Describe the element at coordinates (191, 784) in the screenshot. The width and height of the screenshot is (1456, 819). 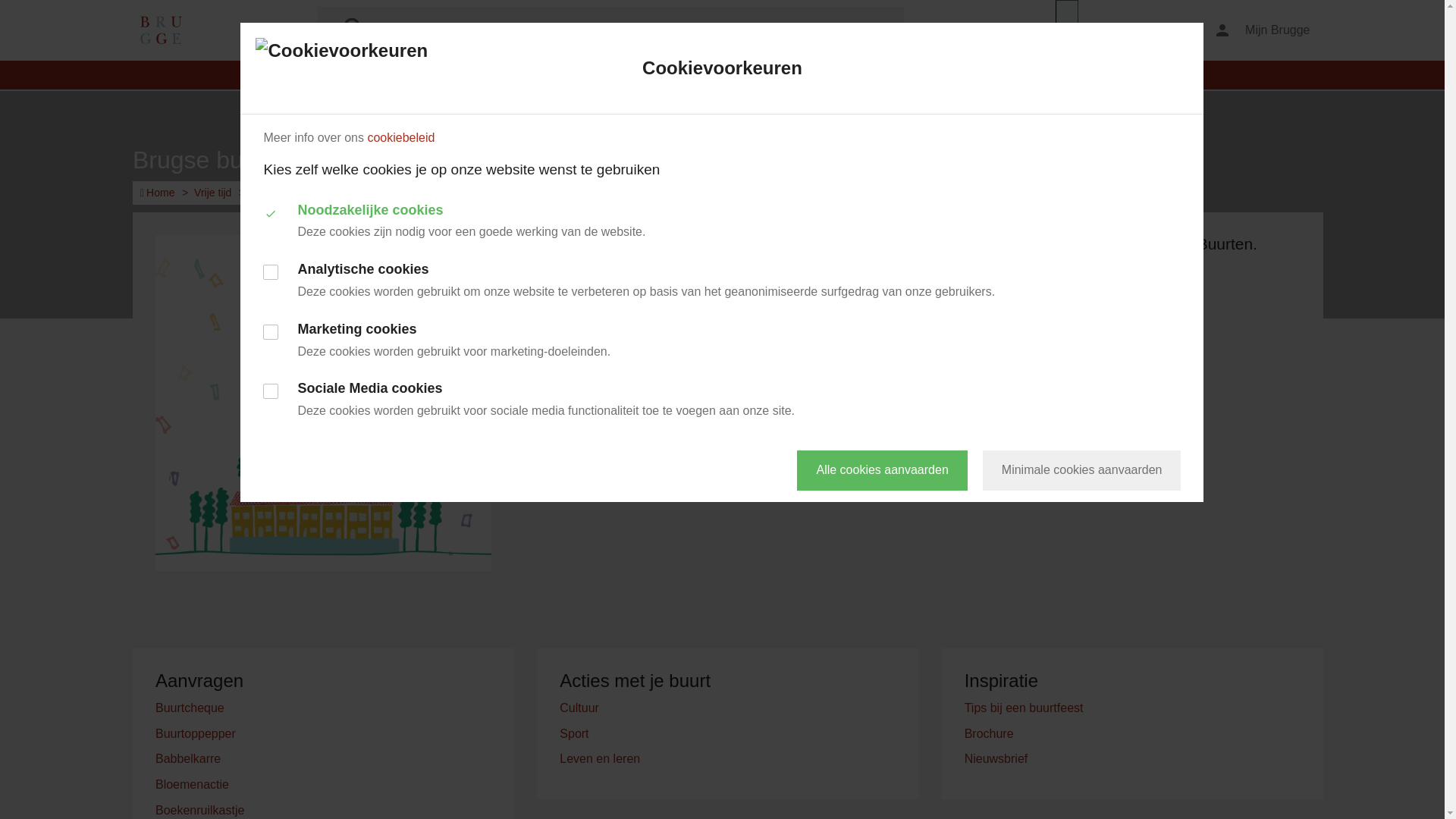
I see `'Bloemenactie'` at that location.